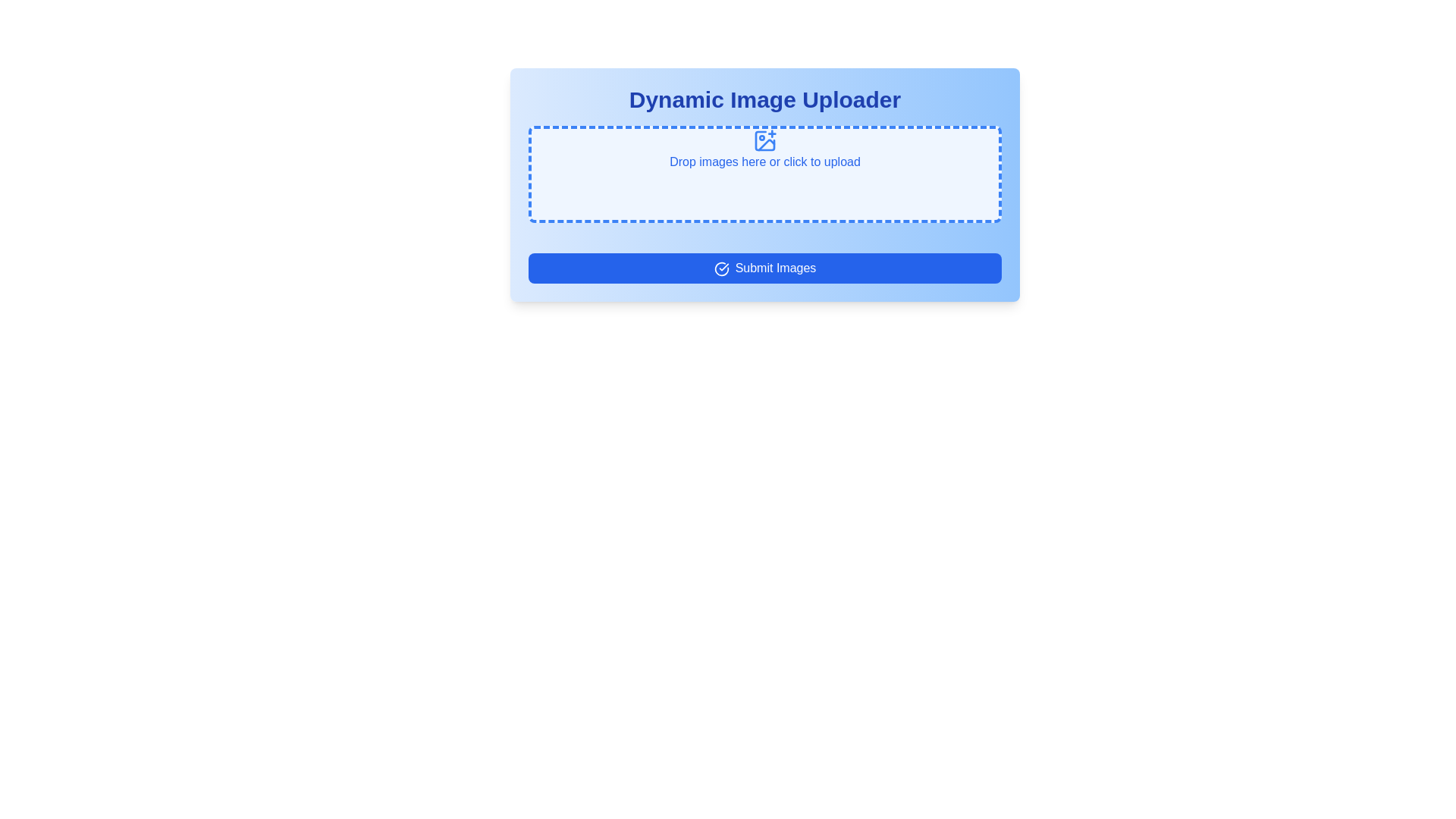  Describe the element at coordinates (764, 268) in the screenshot. I see `the submit button located at the bottom of the 'Dynamic Image Uploader' panel` at that location.